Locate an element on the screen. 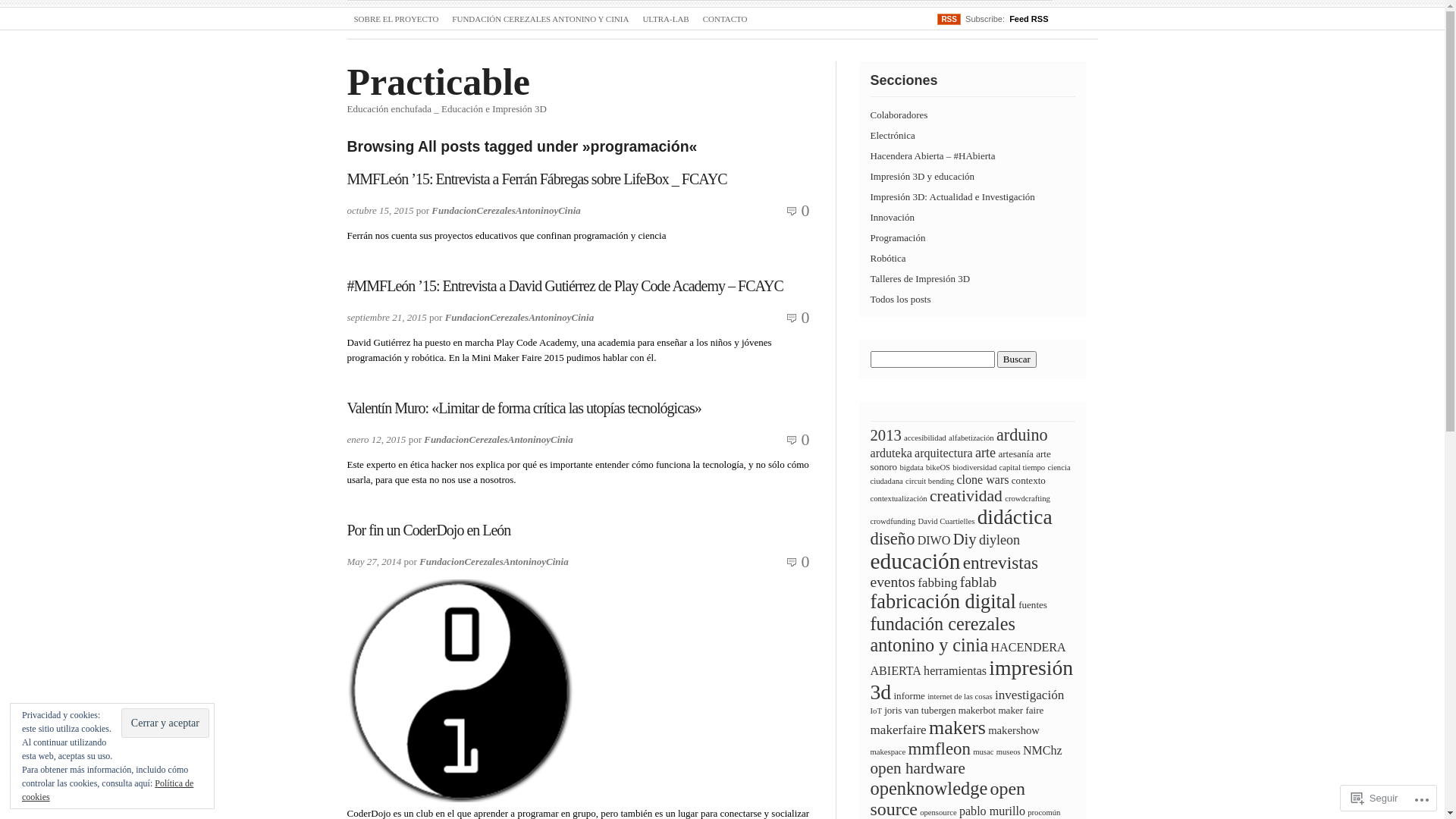  'open hardware' is located at coordinates (917, 768).